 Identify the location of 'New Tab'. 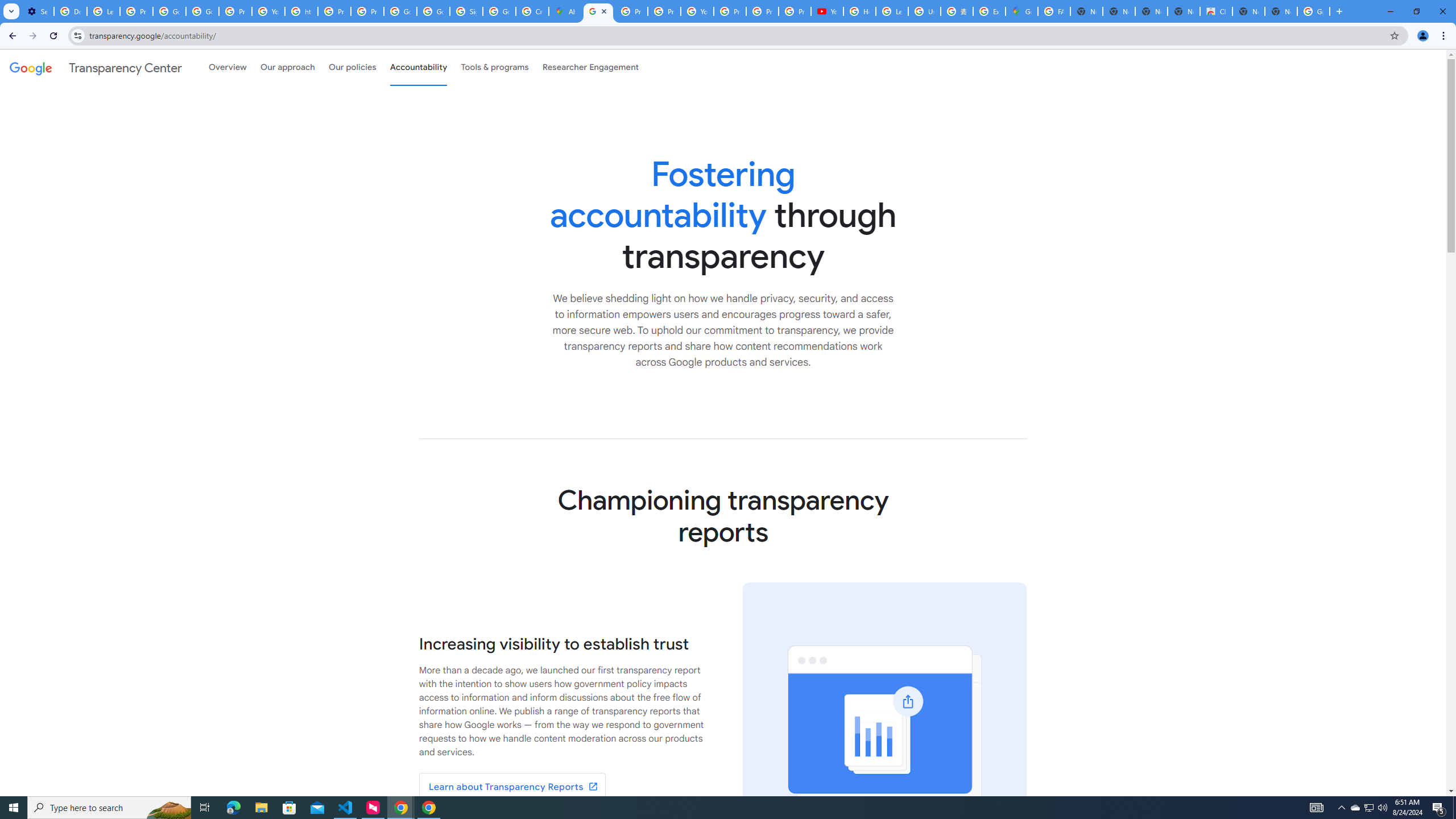
(1280, 11).